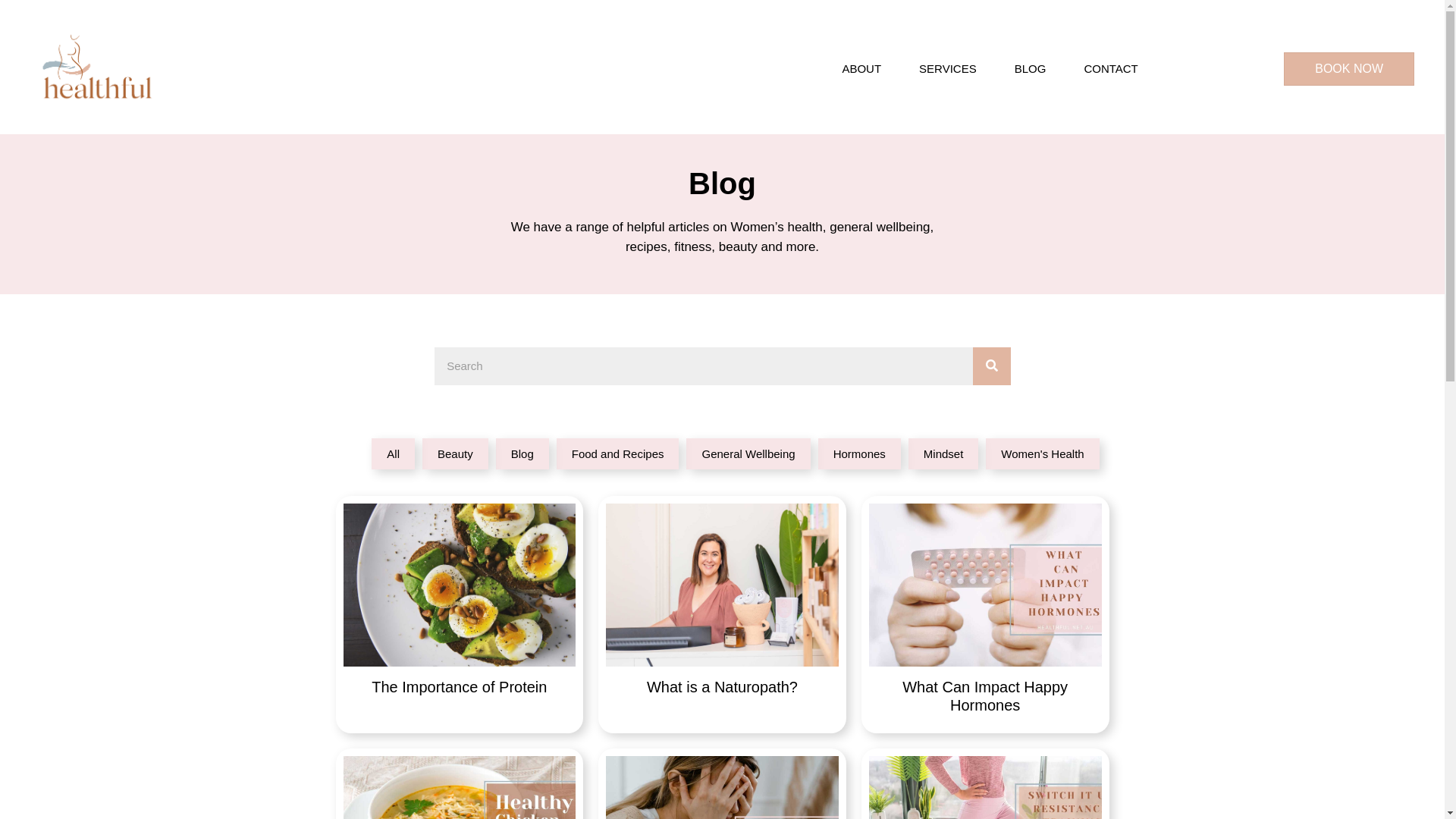 Image resolution: width=1456 pixels, height=819 pixels. Describe the element at coordinates (721, 584) in the screenshot. I see `'healthful-wellness-jac-naturopathy'` at that location.